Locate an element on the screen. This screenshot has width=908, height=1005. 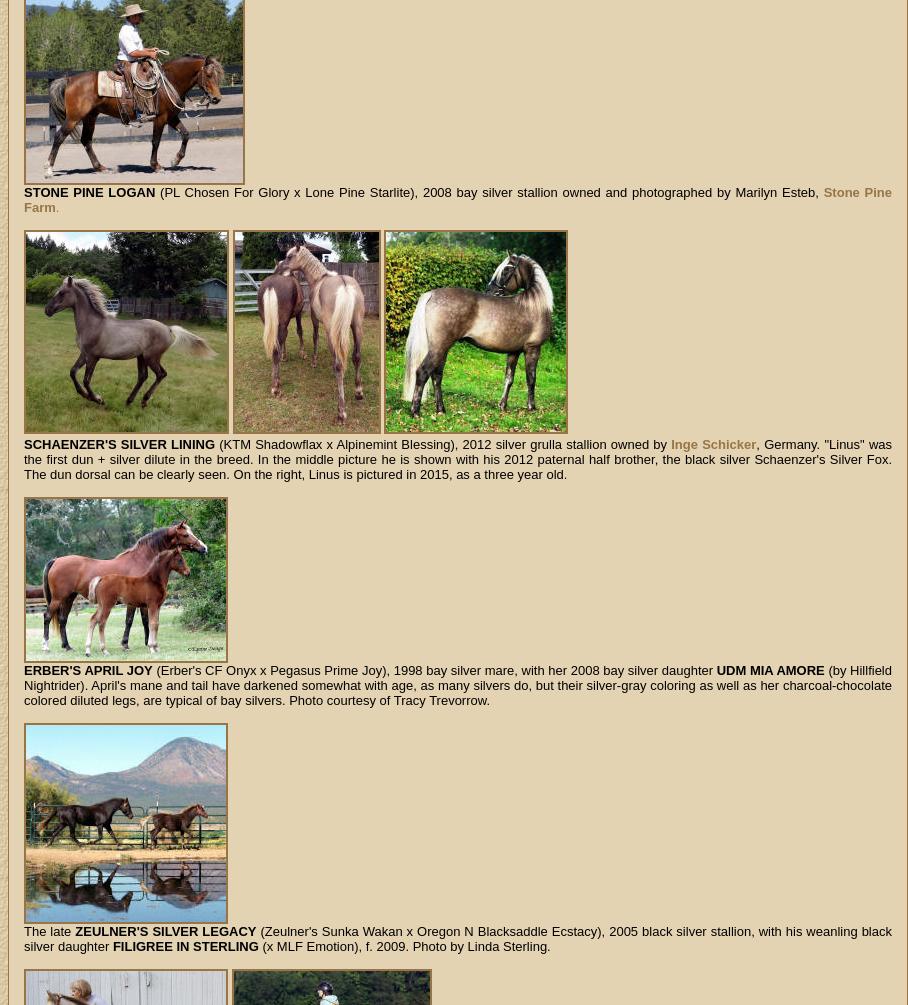
'(Zeulner's Sunka Wakan x Oregon N Blacksaddle Ecstacy), 2005 black silver stallion, with his weanling black silver daughter' is located at coordinates (456, 937).